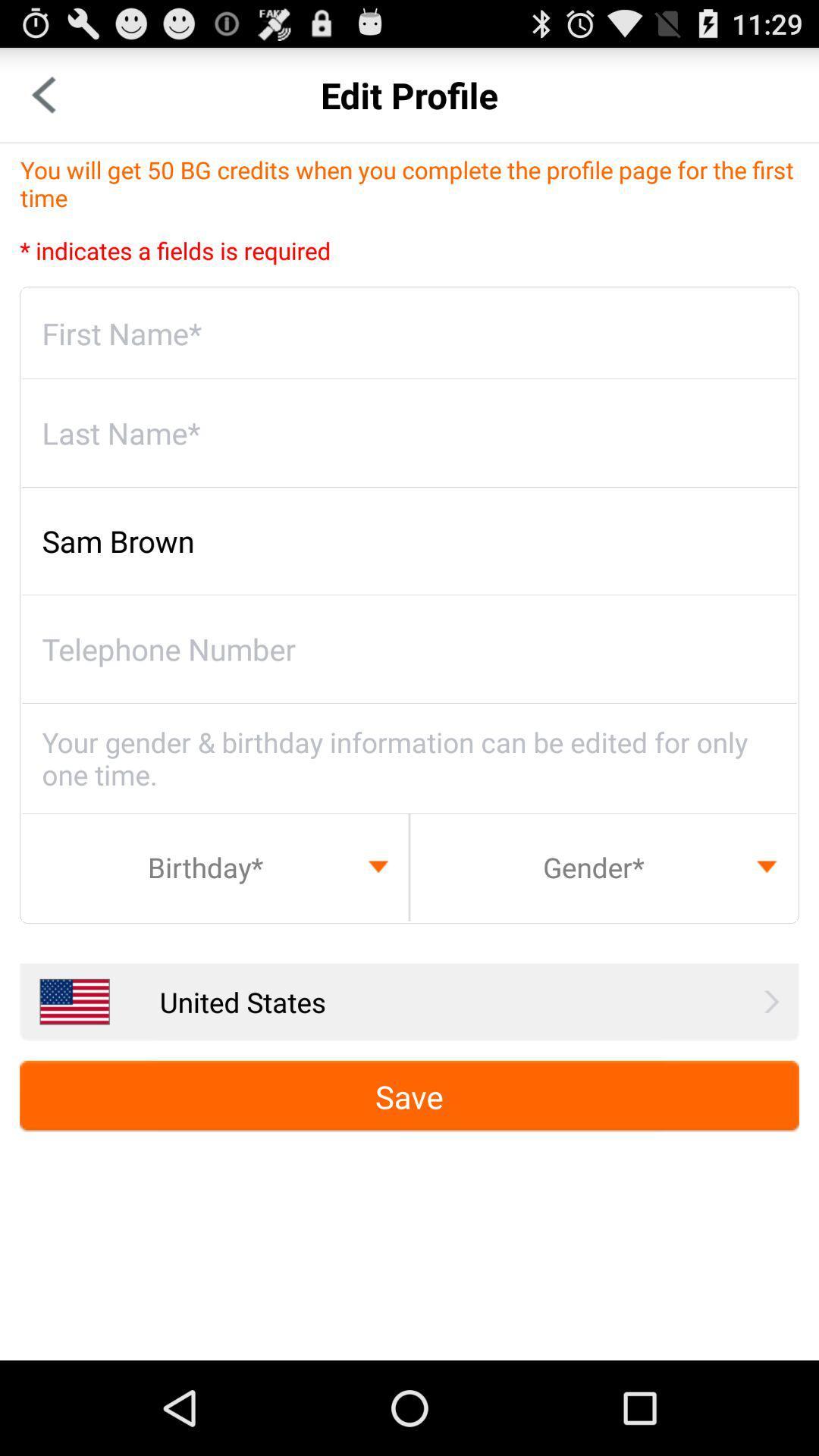 Image resolution: width=819 pixels, height=1456 pixels. Describe the element at coordinates (42, 101) in the screenshot. I see `the arrow_backward icon` at that location.